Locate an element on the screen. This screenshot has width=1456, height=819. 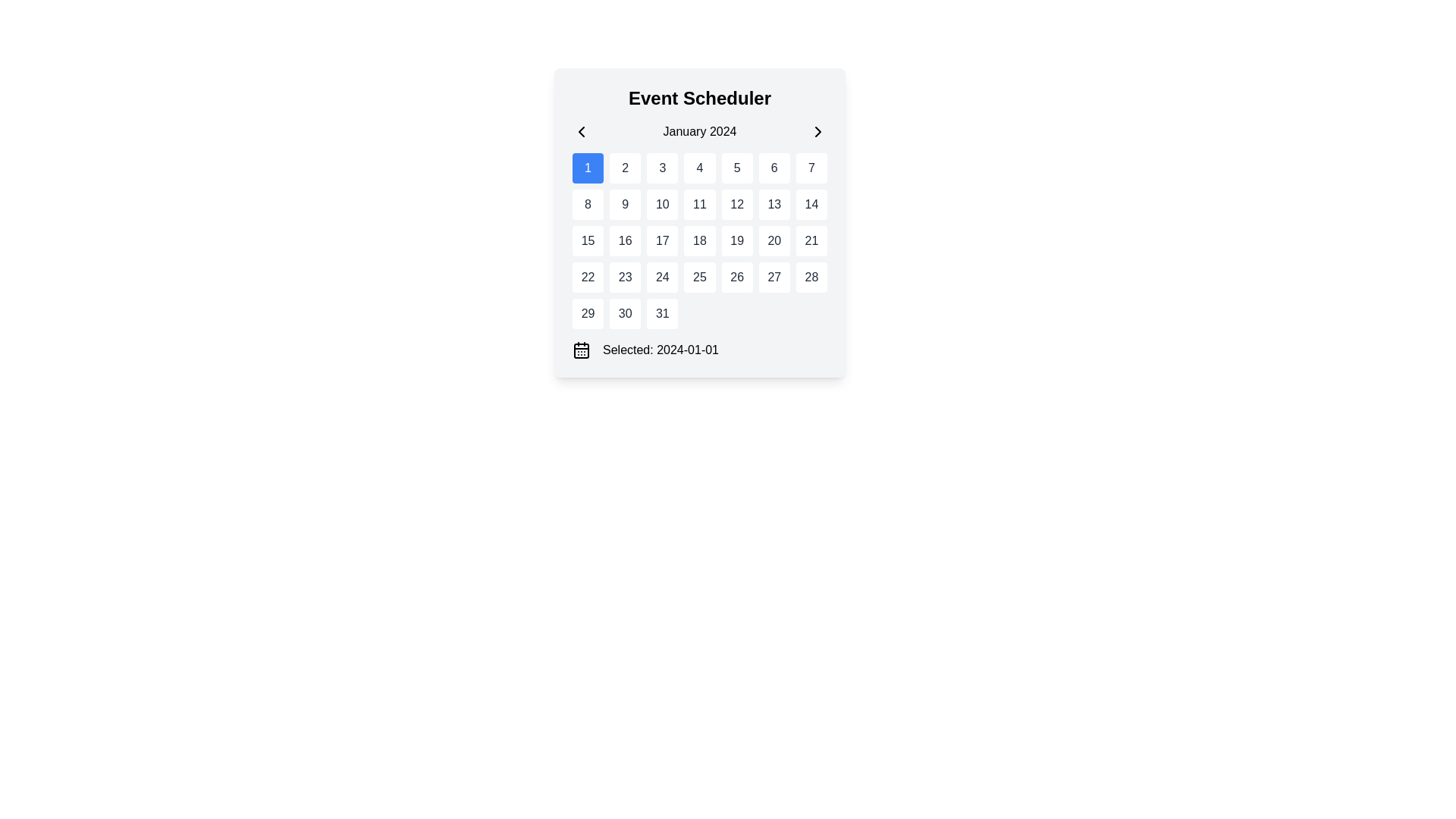
the square button with rounded borders and the number '9' centered within it is located at coordinates (625, 205).